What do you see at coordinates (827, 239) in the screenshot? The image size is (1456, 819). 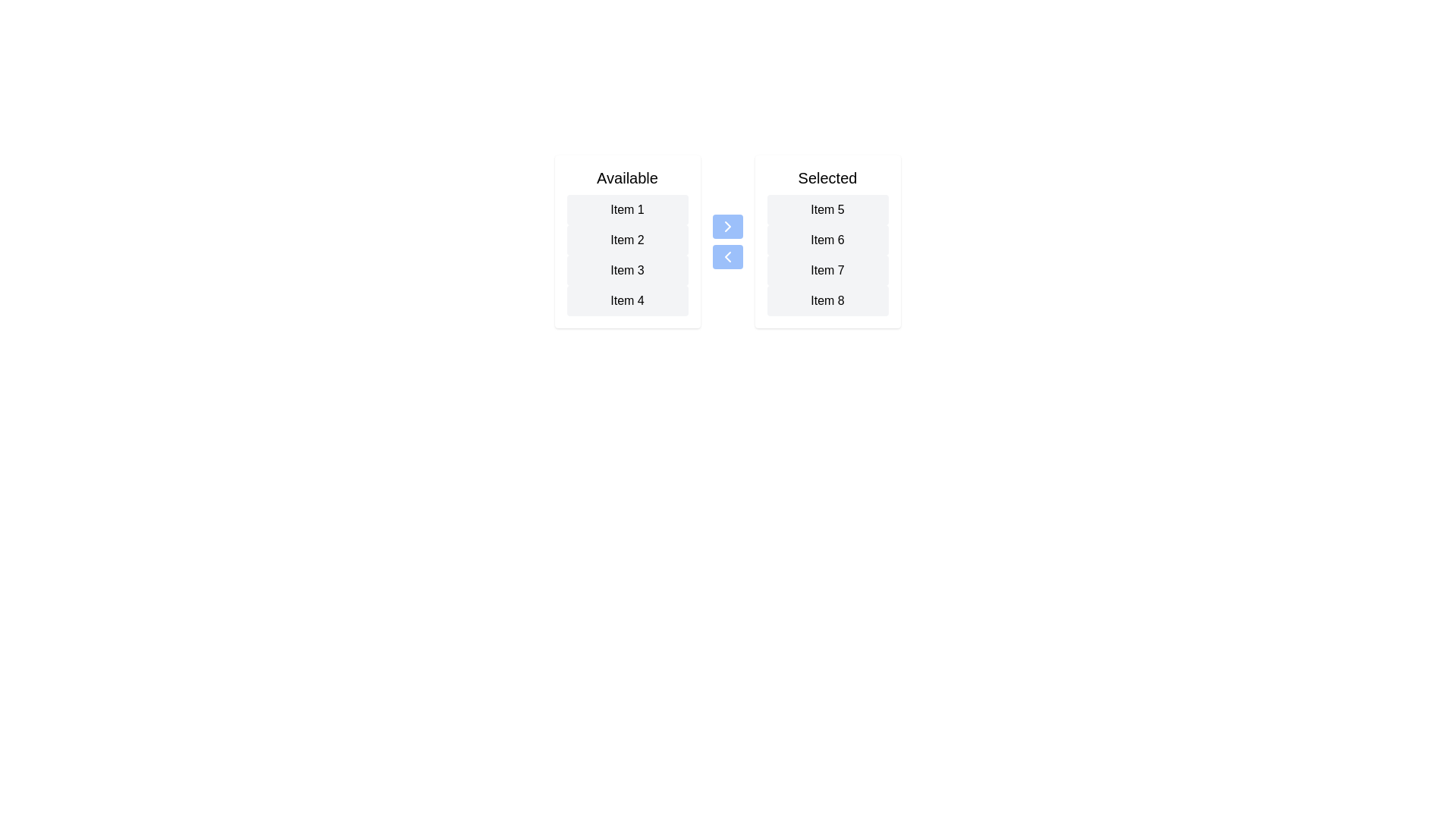 I see `the second item in the 'Selected' column of the list, which is currently selected and located between 'Item 5' and 'Item 7'` at bounding box center [827, 239].